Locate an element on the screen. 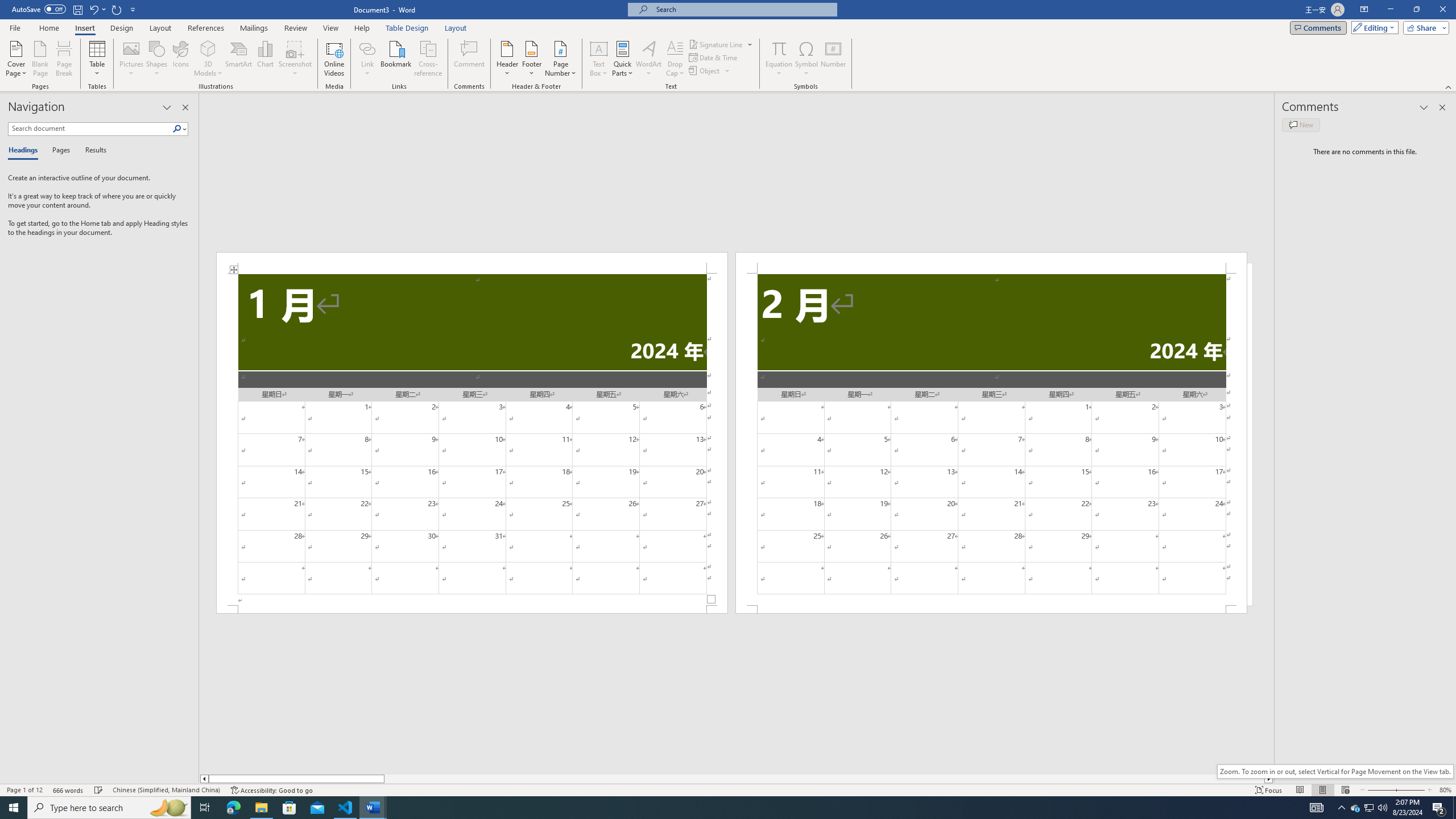 Image resolution: width=1456 pixels, height=819 pixels. 'Page Number Page 1 of 12' is located at coordinates (24, 790).